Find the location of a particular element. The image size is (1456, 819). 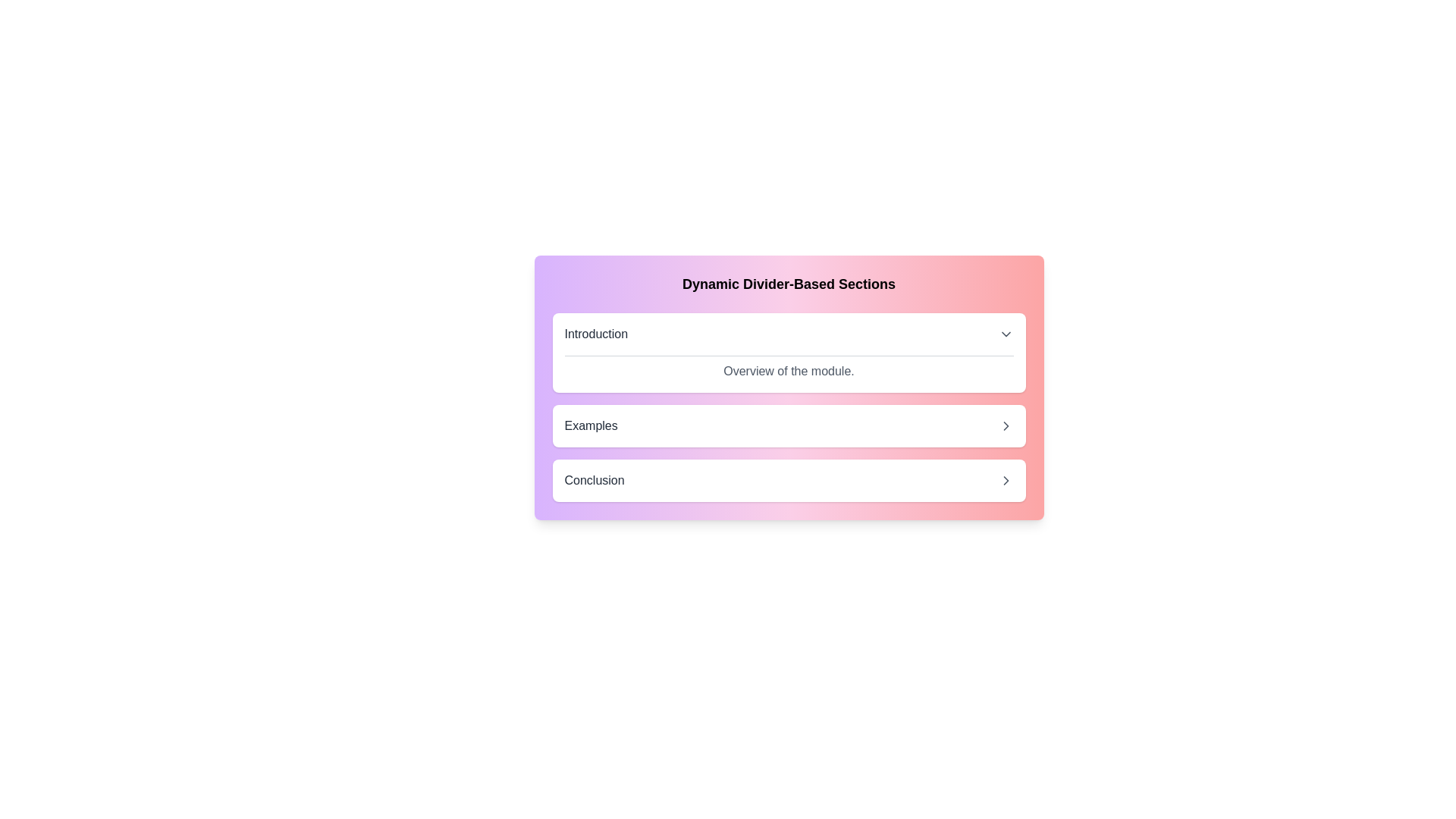

the text label displaying 'Introduction', which is styled with the class 'text-gray-800 font-medium' and is positioned at the top left of a horizontally aligned section is located at coordinates (595, 333).